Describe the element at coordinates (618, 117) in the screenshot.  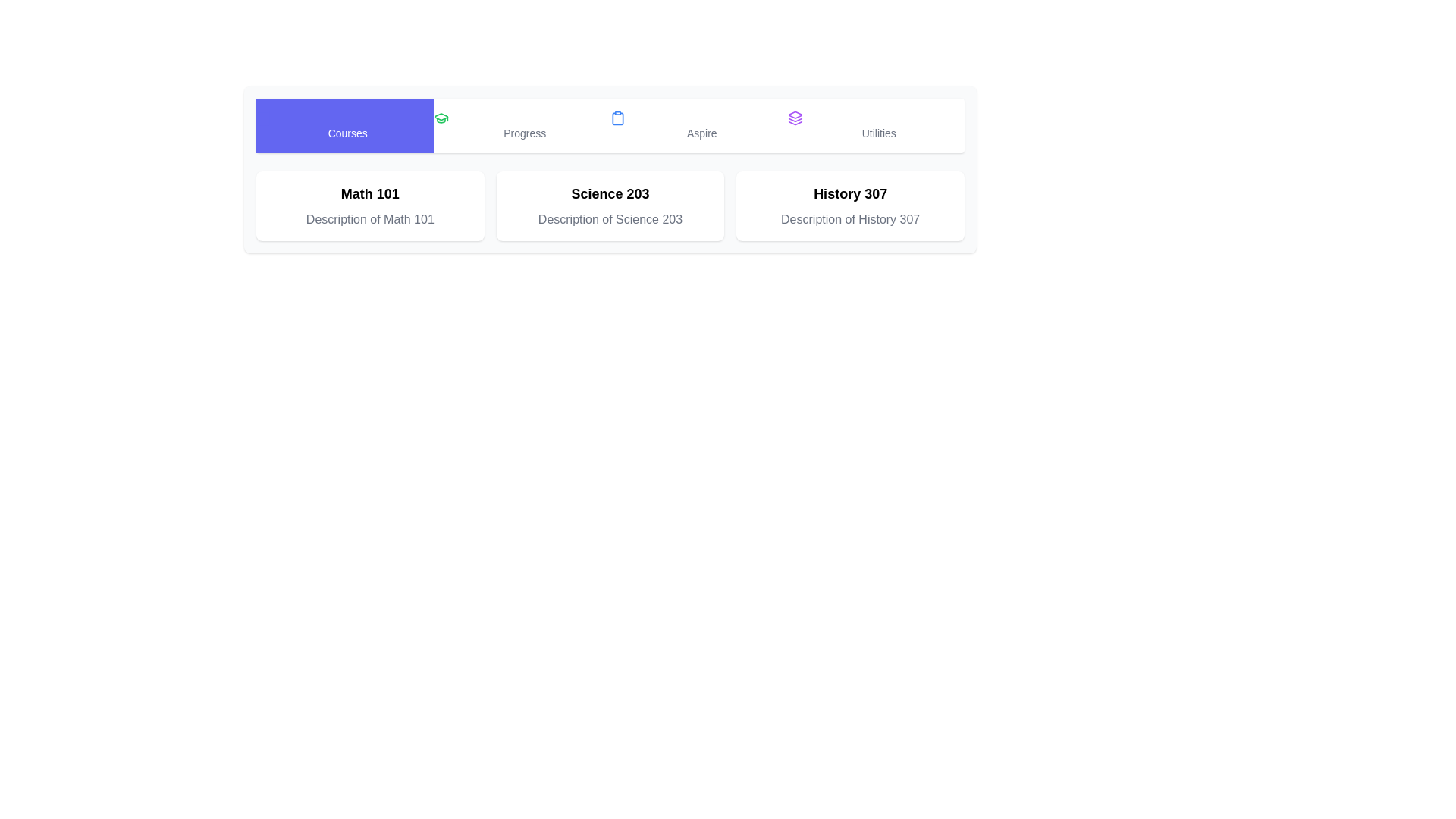
I see `main rectangular body of the clipboard icon, which is part of an SVG within the menu interface, using developer tools` at that location.